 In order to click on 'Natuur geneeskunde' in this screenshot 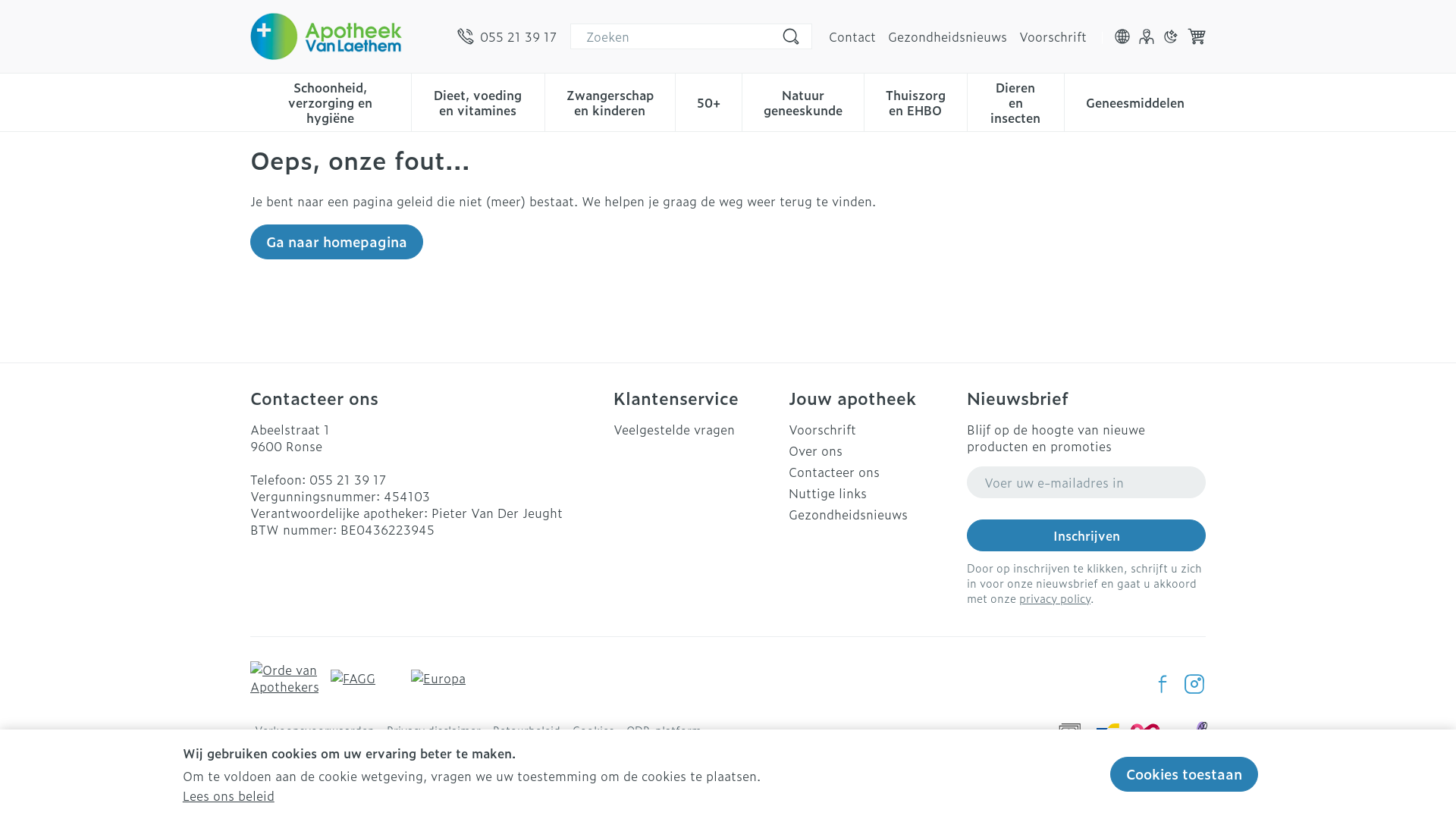, I will do `click(802, 100)`.